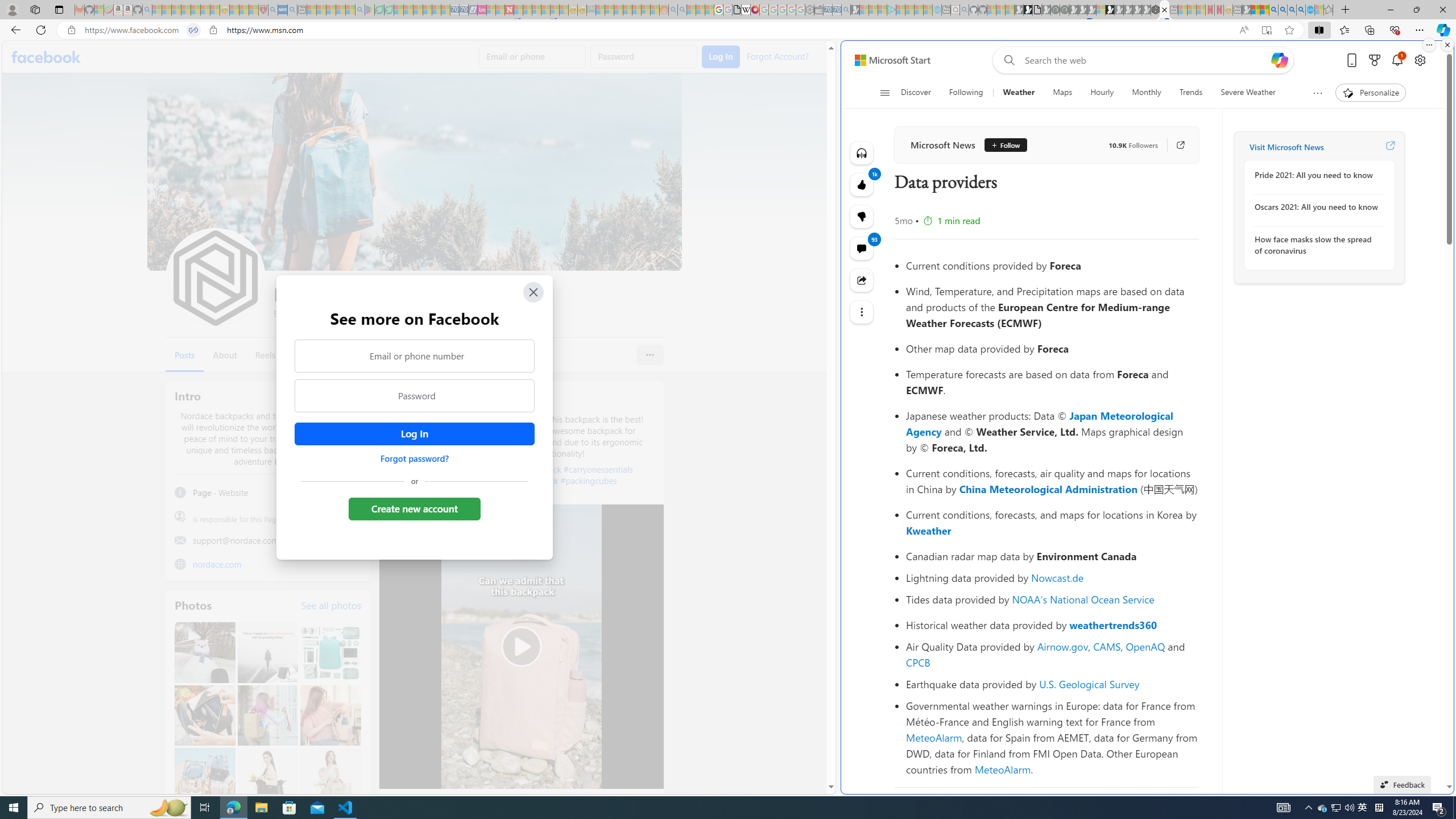 This screenshot has height=819, width=1456. What do you see at coordinates (1101, 9) in the screenshot?
I see `'Sign in to your account - Sleeping'` at bounding box center [1101, 9].